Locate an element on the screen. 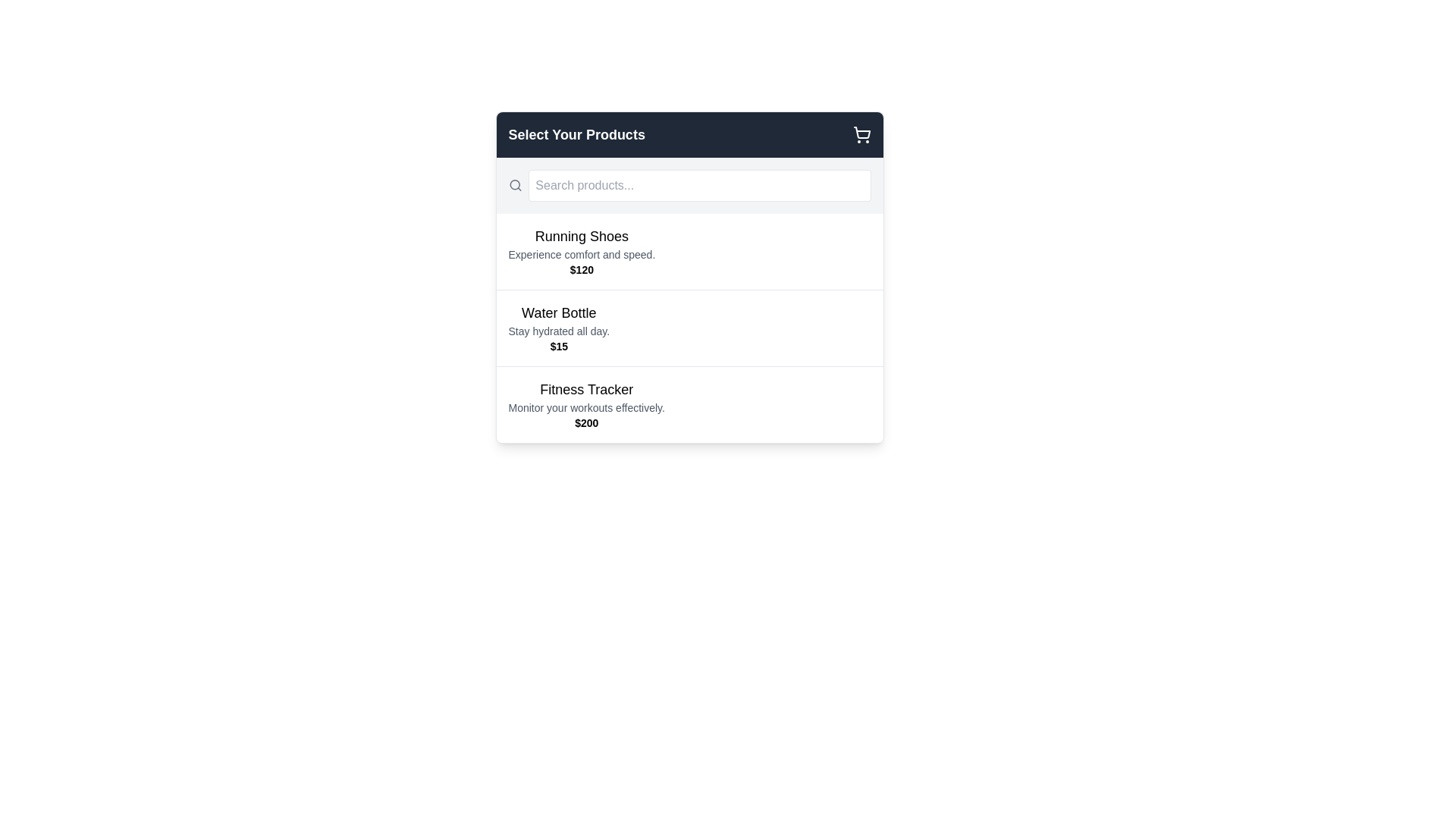 The width and height of the screenshot is (1456, 819). the shopping cart icon located in the top-right corner of the header section labeled 'Select Your Products' is located at coordinates (861, 133).